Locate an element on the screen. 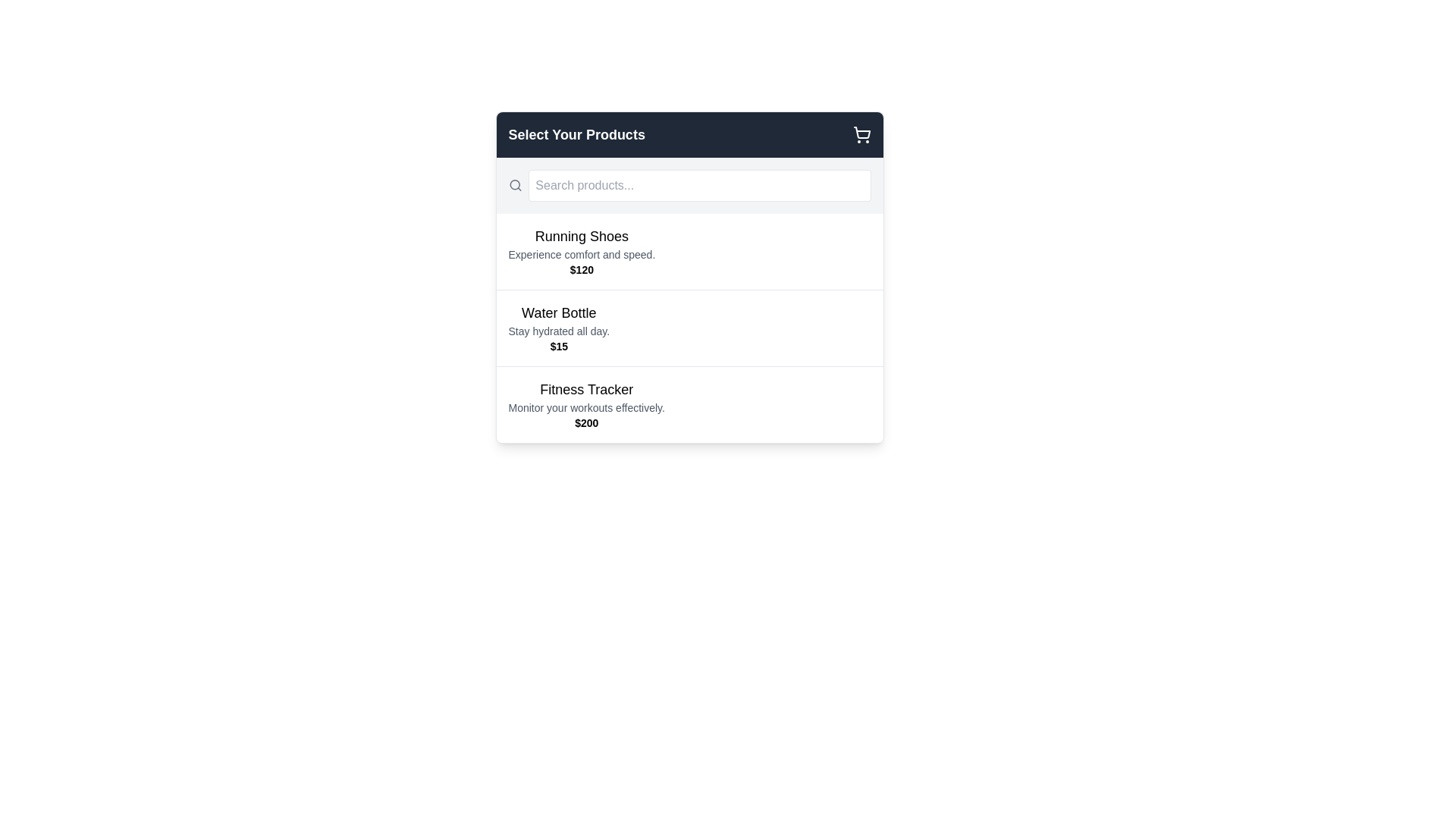 The width and height of the screenshot is (1456, 819). the shopping cart icon located in the top-right corner of the header section labeled 'Select Your Products' is located at coordinates (861, 133).